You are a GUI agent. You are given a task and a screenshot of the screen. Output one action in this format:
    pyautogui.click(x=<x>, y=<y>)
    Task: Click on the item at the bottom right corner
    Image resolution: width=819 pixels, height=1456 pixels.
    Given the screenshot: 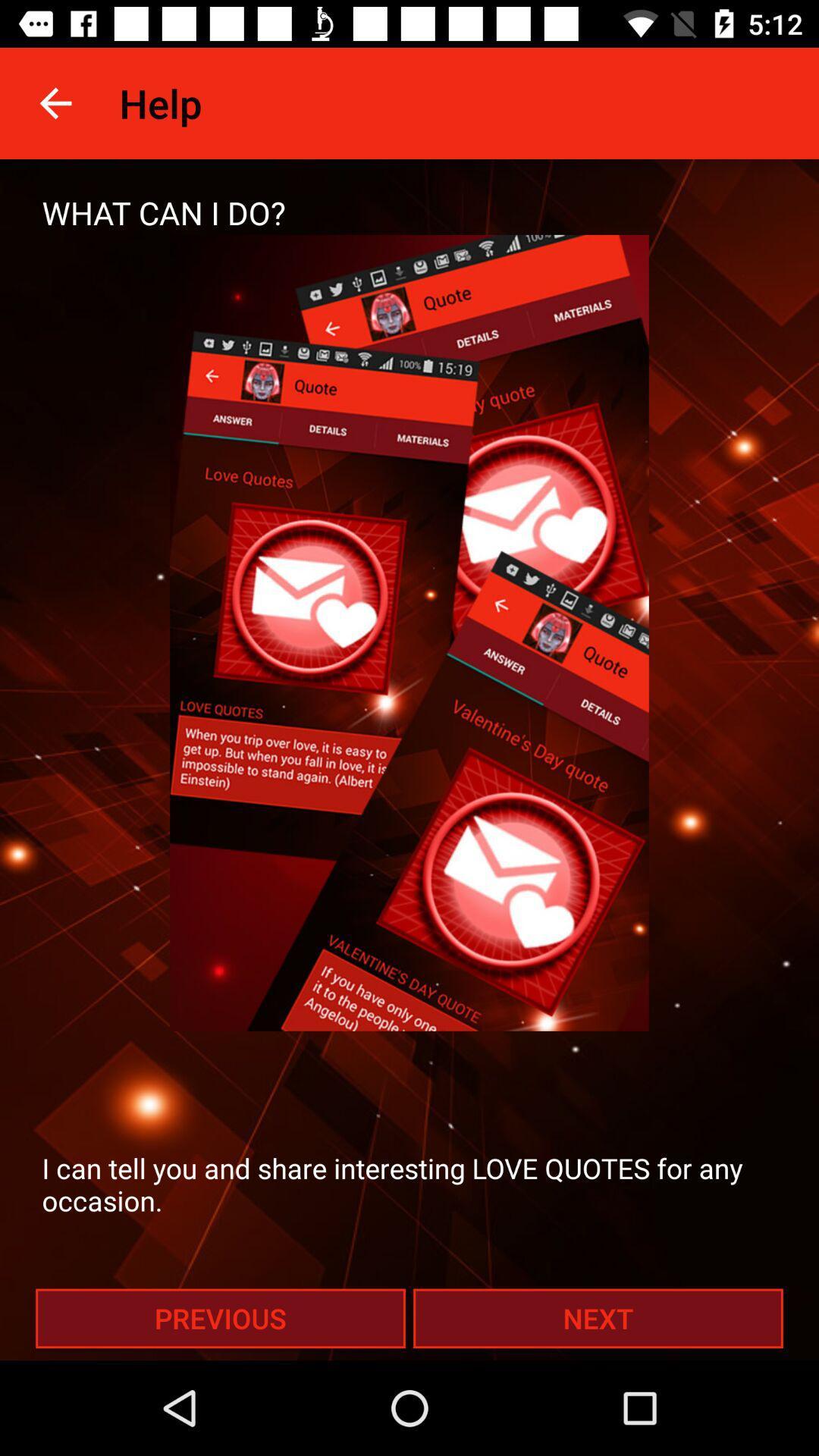 What is the action you would take?
    pyautogui.click(x=598, y=1317)
    